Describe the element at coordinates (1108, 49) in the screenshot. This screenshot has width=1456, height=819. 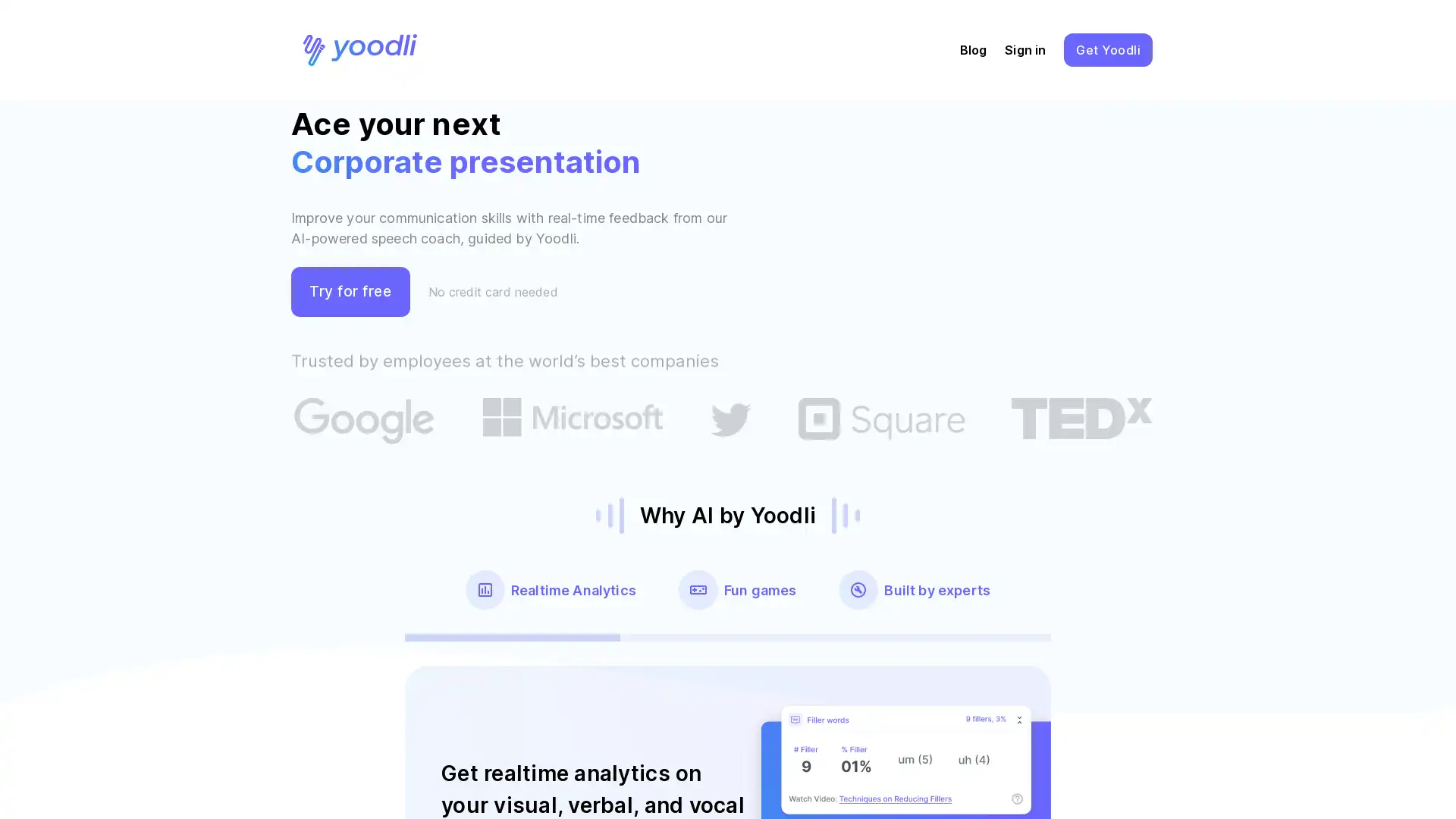
I see `GetYoodli` at that location.